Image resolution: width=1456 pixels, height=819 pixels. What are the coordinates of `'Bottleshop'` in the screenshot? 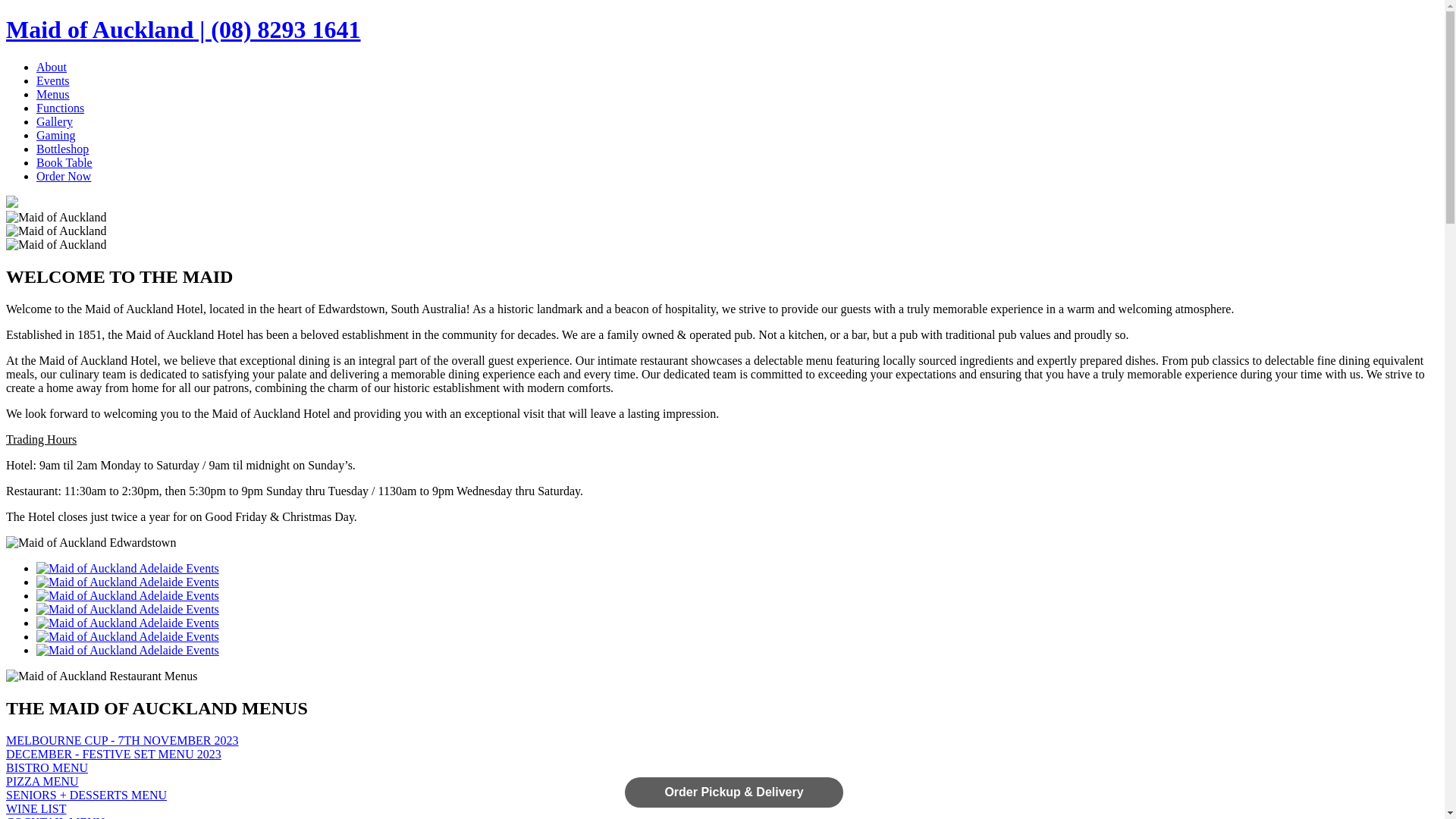 It's located at (61, 149).